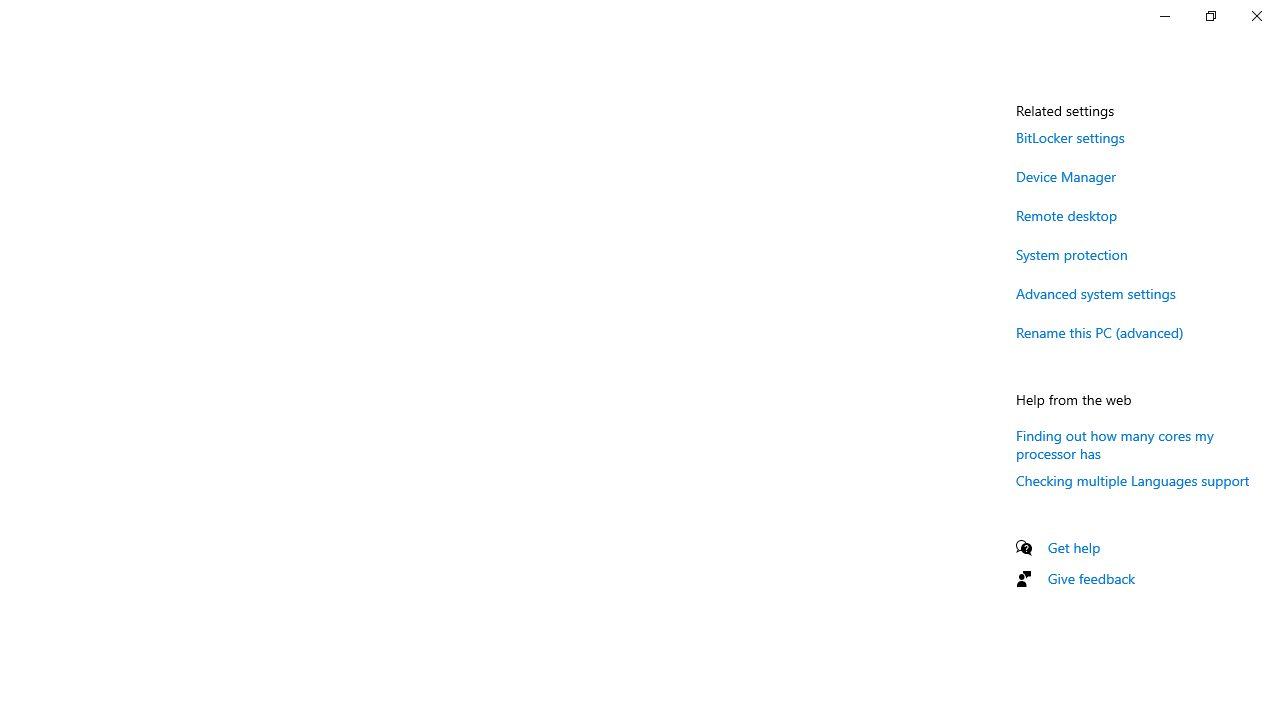 This screenshot has height=720, width=1280. Describe the element at coordinates (1065, 175) in the screenshot. I see `'Device Manager'` at that location.